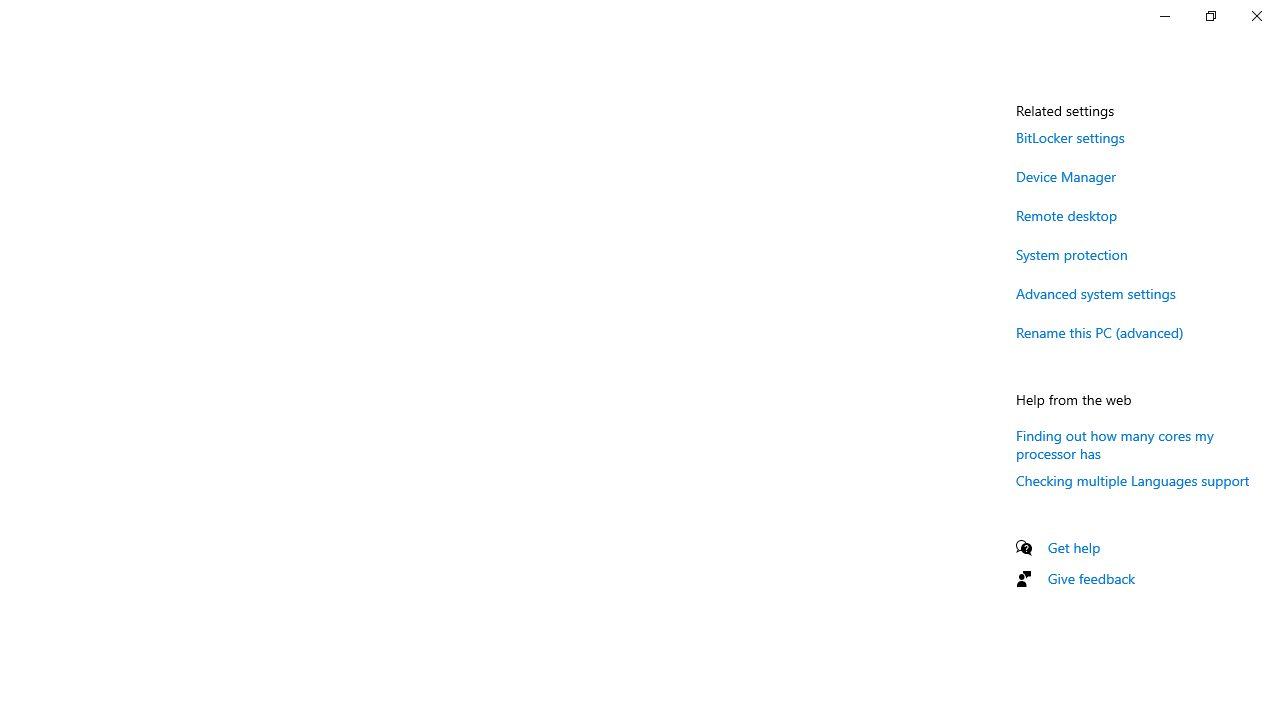 This screenshot has height=720, width=1280. Describe the element at coordinates (1065, 175) in the screenshot. I see `'Device Manager'` at that location.